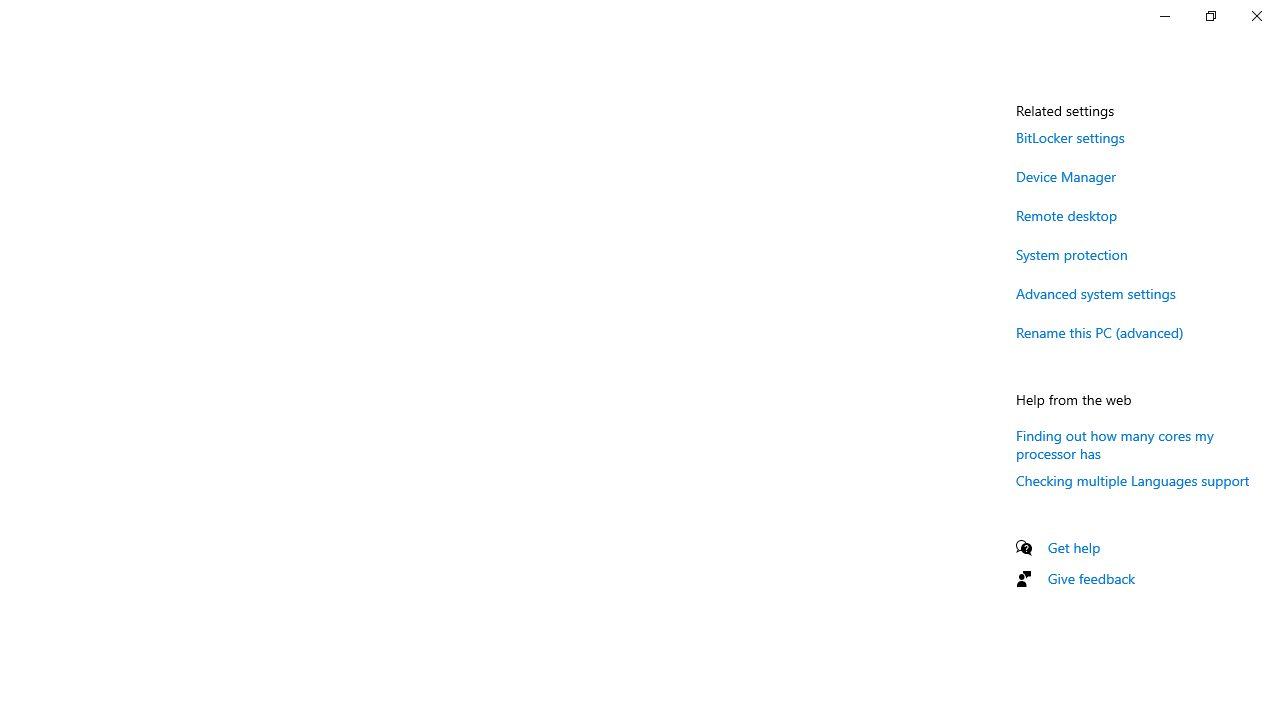 This screenshot has height=720, width=1280. Describe the element at coordinates (1065, 175) in the screenshot. I see `'Device Manager'` at that location.